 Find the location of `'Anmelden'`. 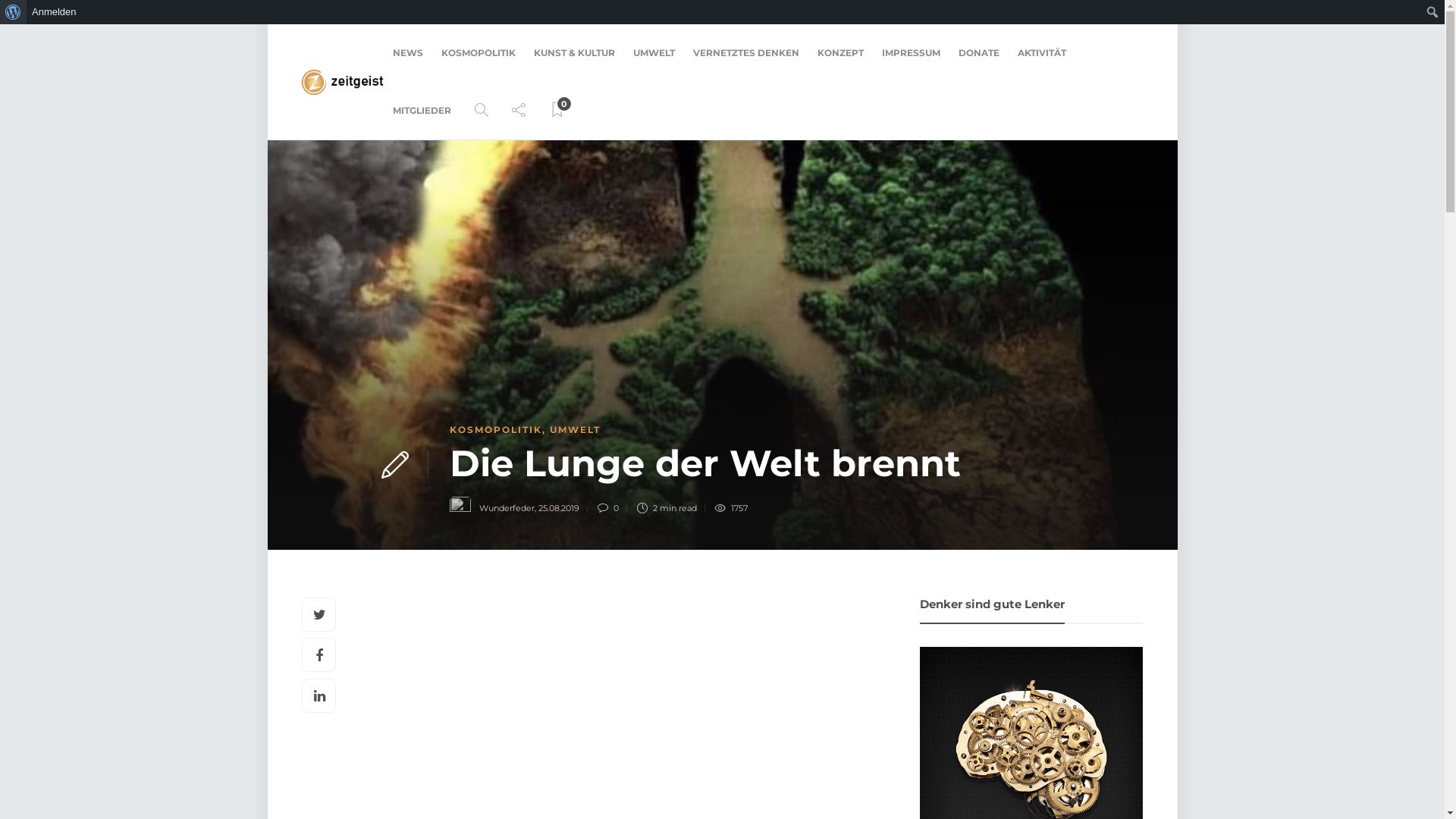

'Anmelden' is located at coordinates (55, 11).